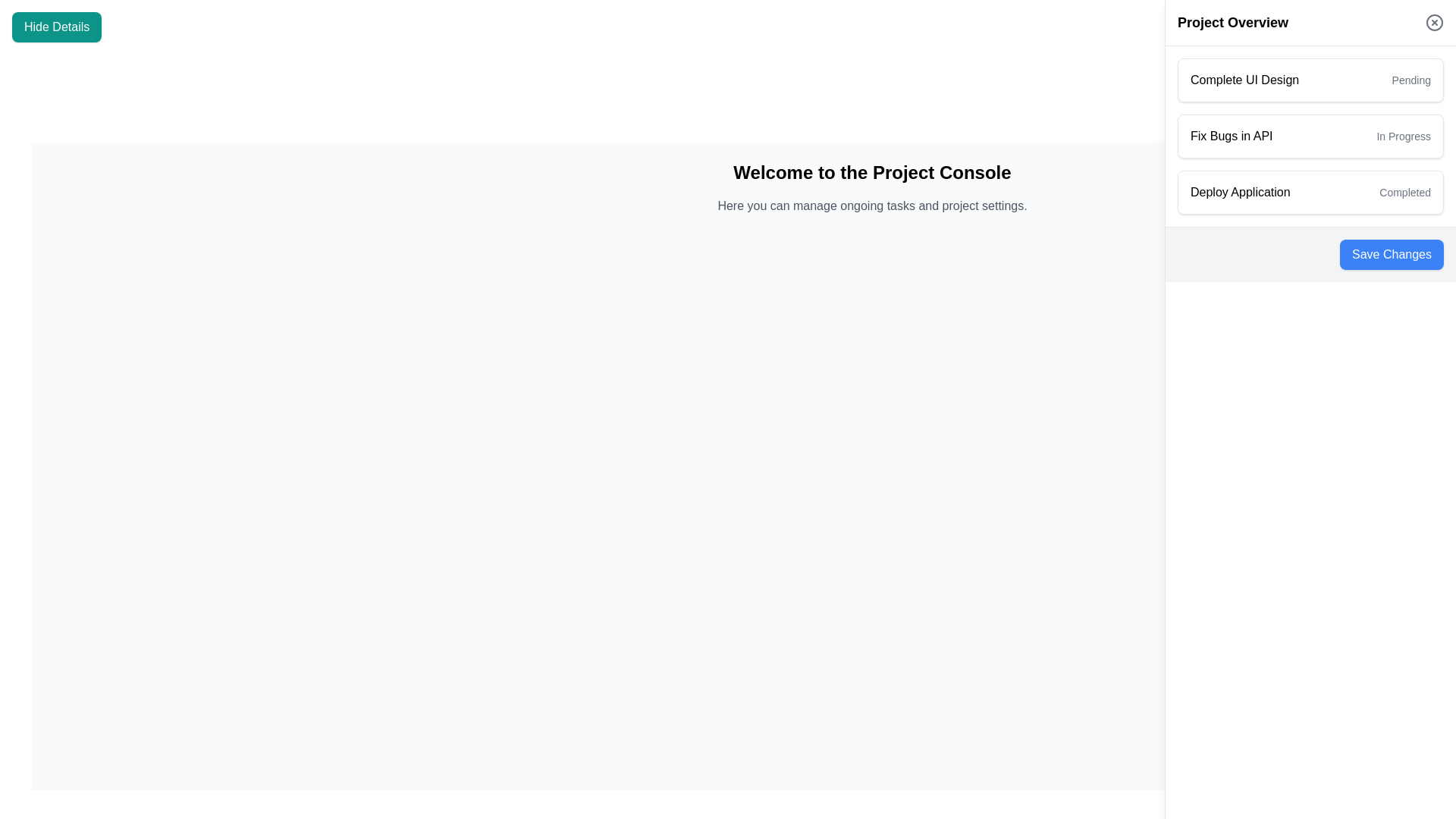 The width and height of the screenshot is (1456, 819). I want to click on the static informational card labeled 'Deploy Application' which shows a completion status of 'Completed', located in the right-hand panel under 'Project Overview', so click(1310, 192).